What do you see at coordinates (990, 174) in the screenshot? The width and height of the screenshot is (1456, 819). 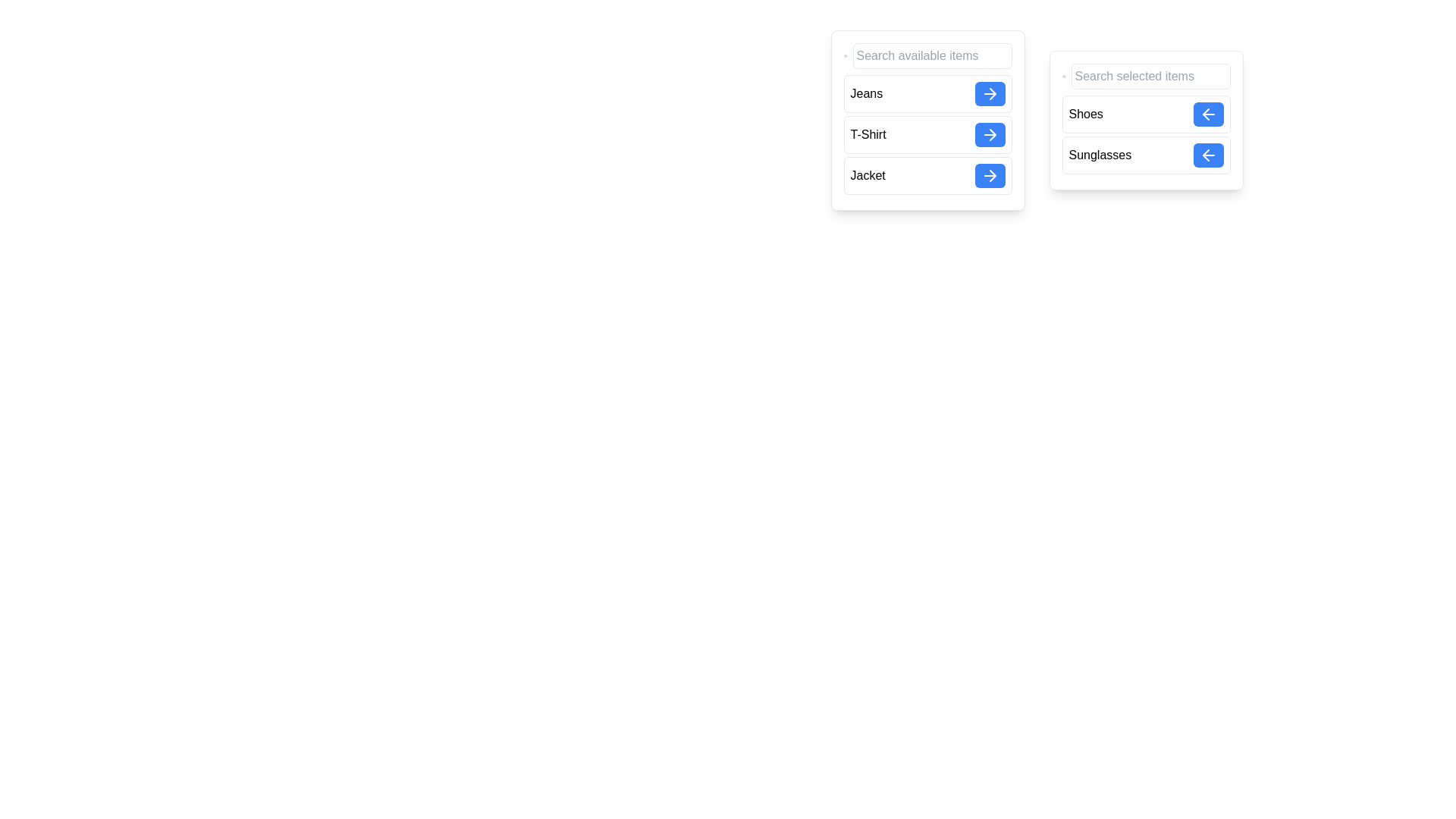 I see `the blue rectangular button with rounded corners, featuring a white arrow pointing to the right, located below buttons for 'Jeans' and 'T-Shirt' in the left panel associated with the text 'Jacket'` at bounding box center [990, 174].